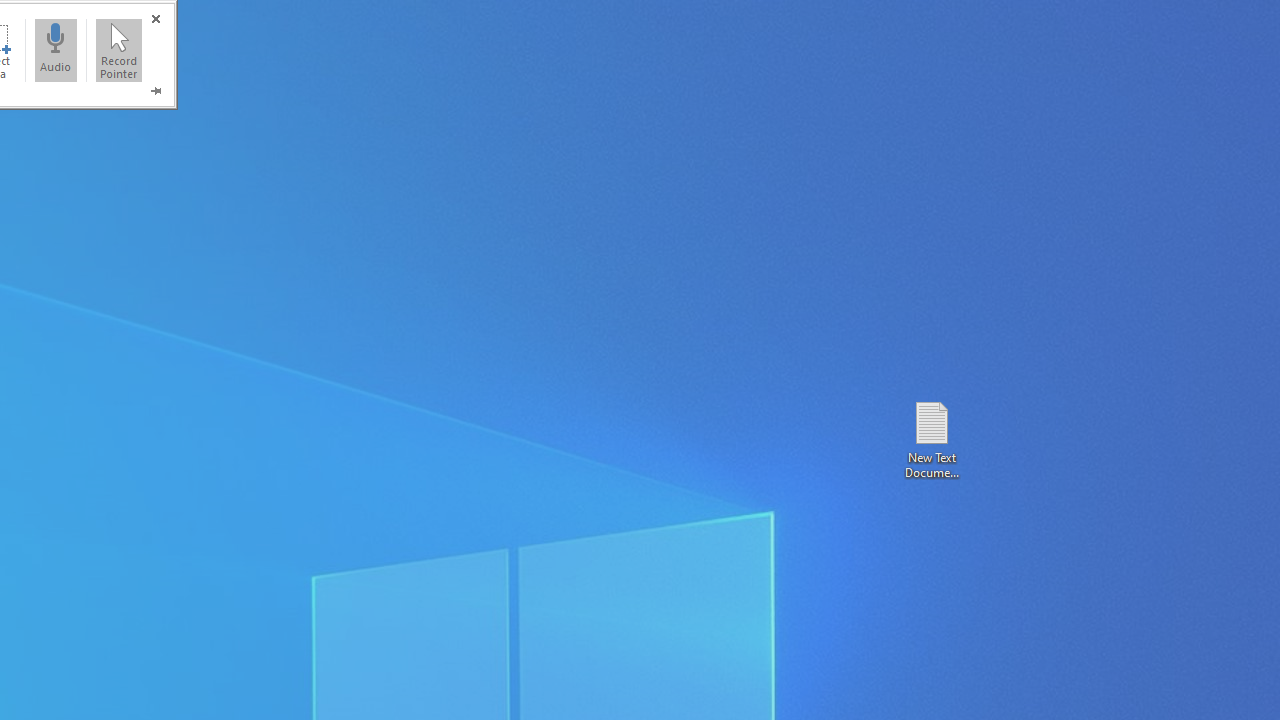 This screenshot has height=720, width=1280. What do you see at coordinates (118, 49) in the screenshot?
I see `'Record Pointer'` at bounding box center [118, 49].